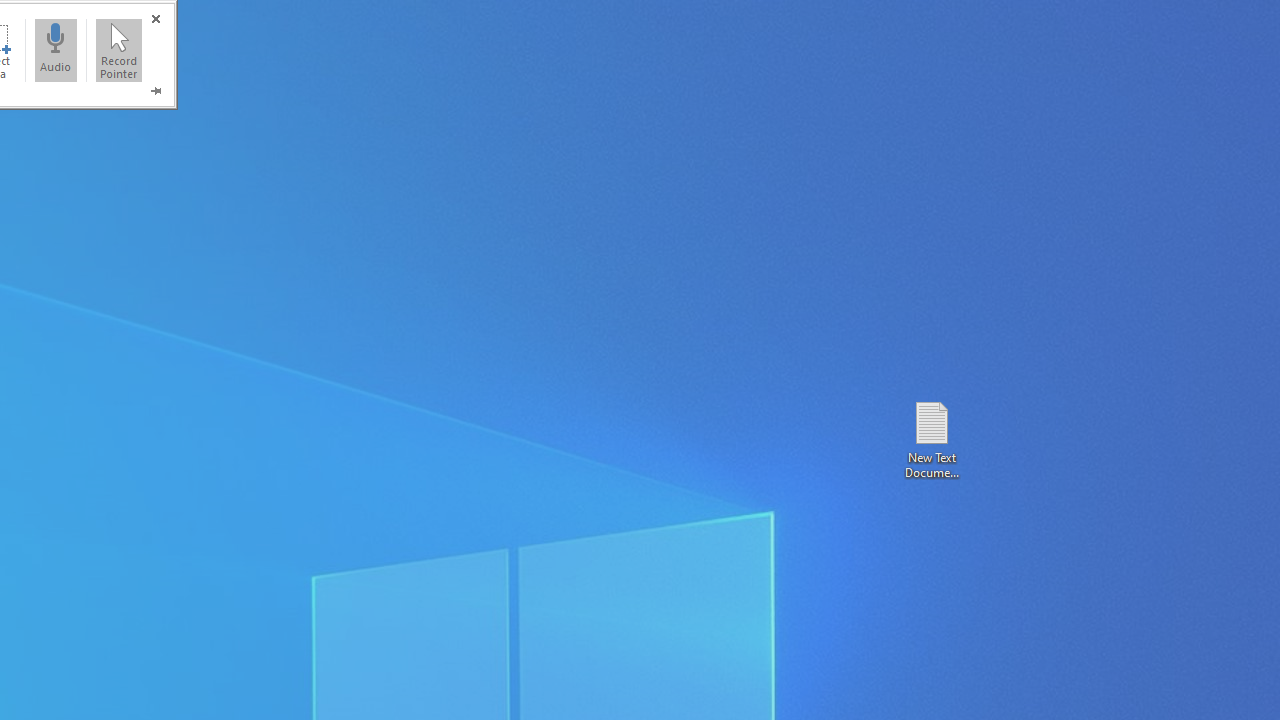 This screenshot has height=720, width=1280. What do you see at coordinates (118, 49) in the screenshot?
I see `'Record Pointer'` at bounding box center [118, 49].